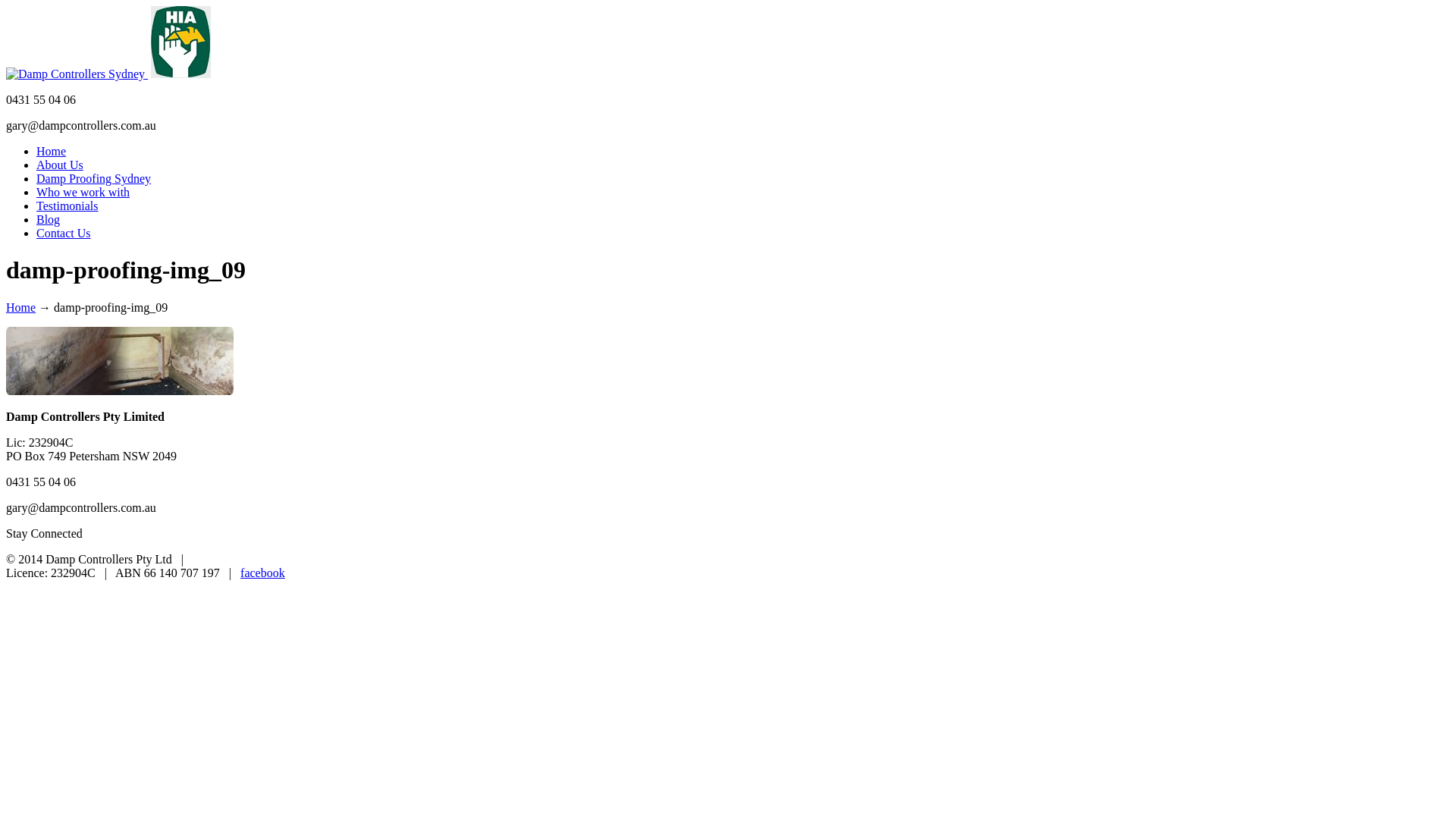  What do you see at coordinates (62, 233) in the screenshot?
I see `'Contact Us'` at bounding box center [62, 233].